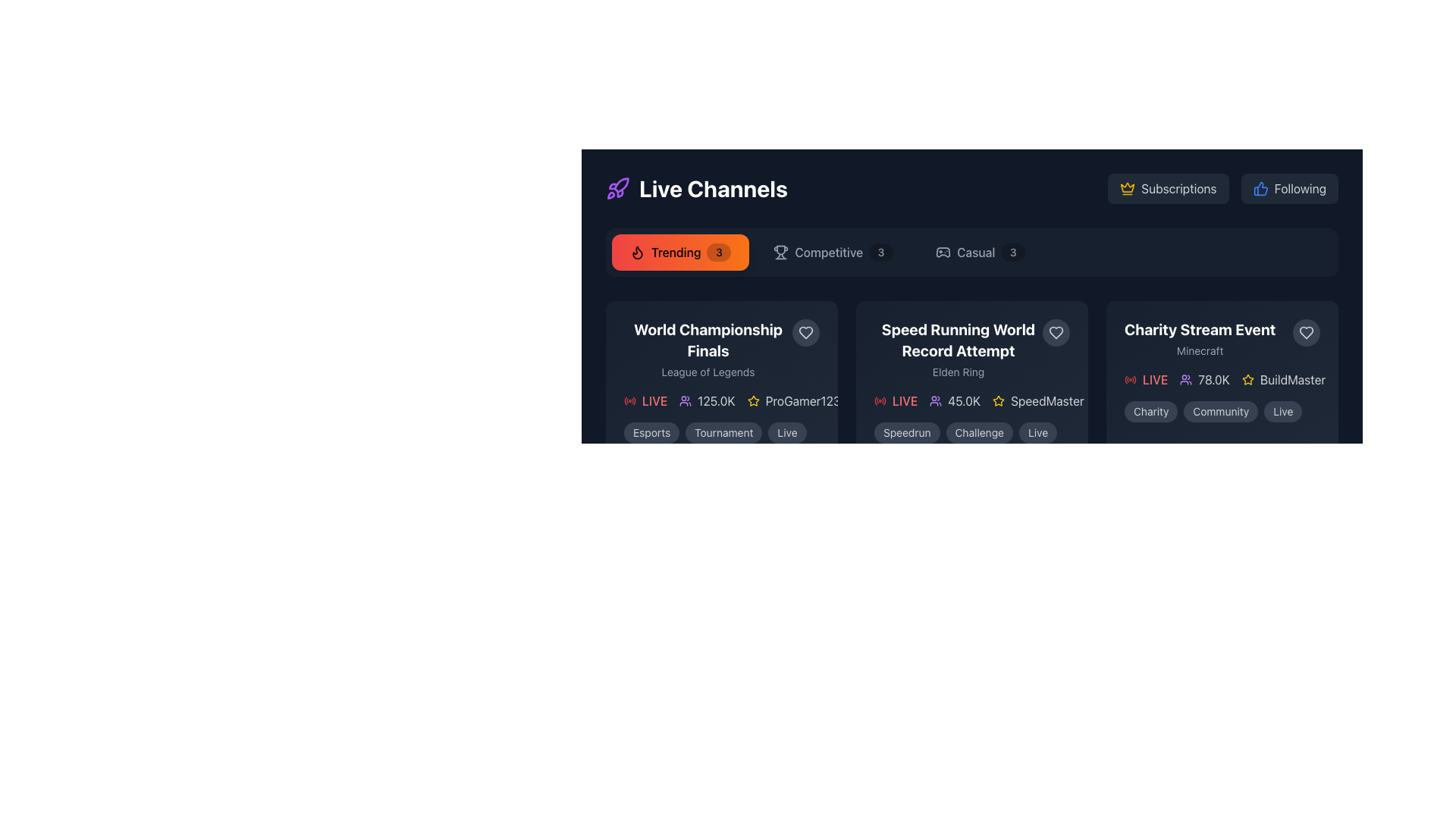 This screenshot has width=1456, height=819. Describe the element at coordinates (1154, 379) in the screenshot. I see `the text label indicating the live broadcasting status of the Charity Stream Event, located to the right of the pulsing red icon in the Trending section under Live Channels` at that location.